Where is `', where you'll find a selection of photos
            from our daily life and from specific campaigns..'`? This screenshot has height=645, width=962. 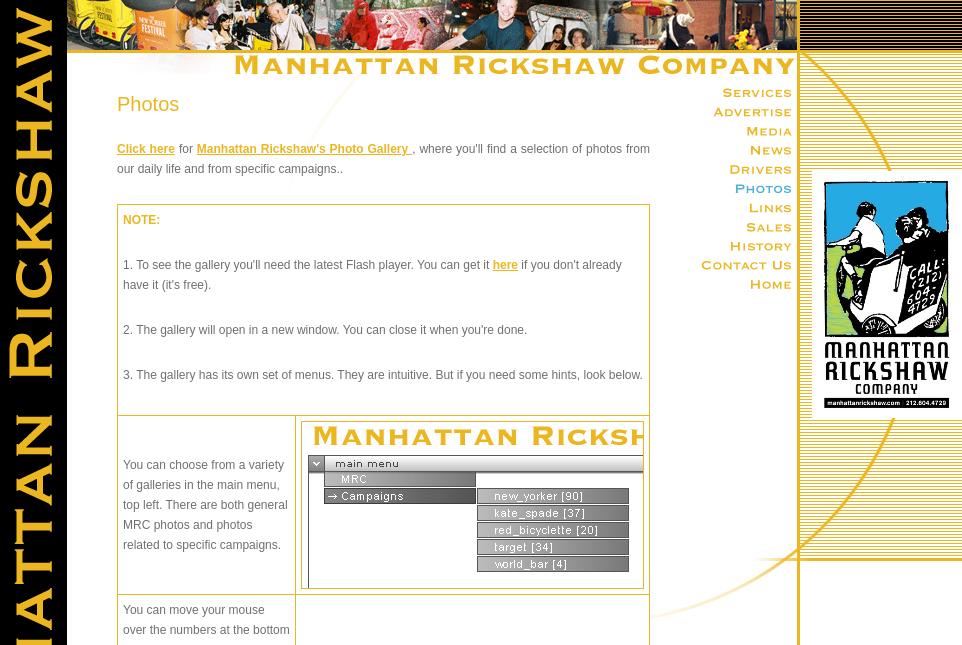 ', where you'll find a selection of photos
            from our daily life and from specific campaigns..' is located at coordinates (383, 157).